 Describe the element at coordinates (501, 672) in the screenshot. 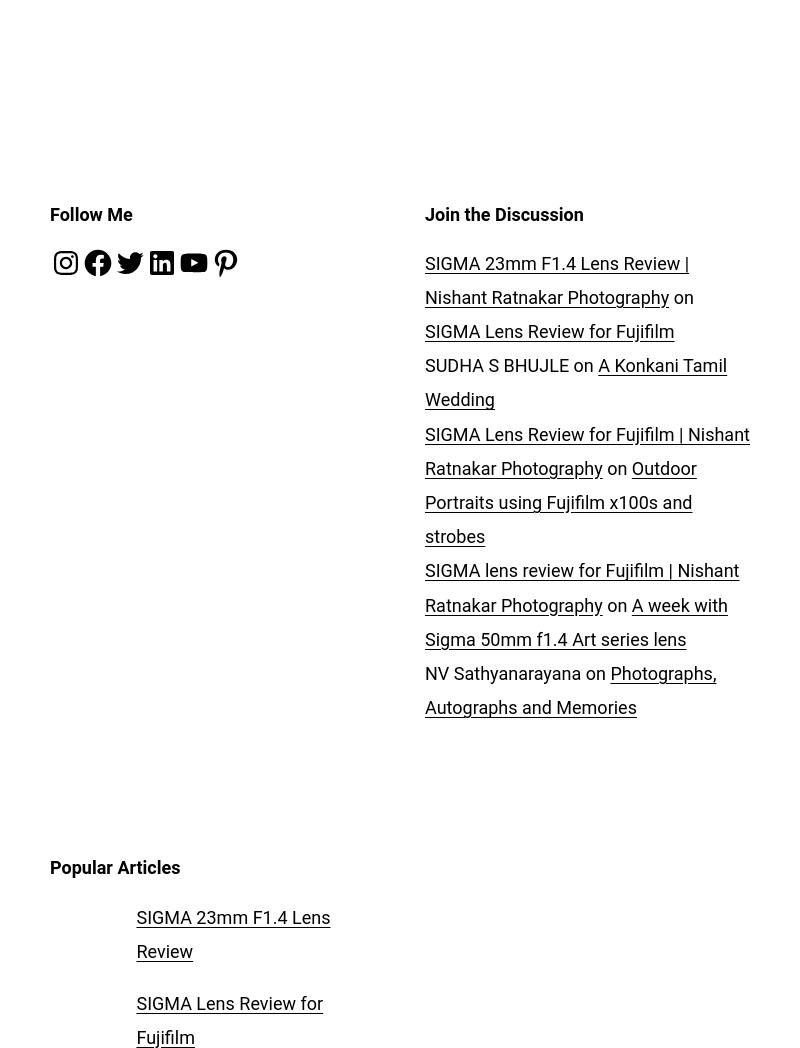

I see `'NV Sathyanarayana'` at that location.